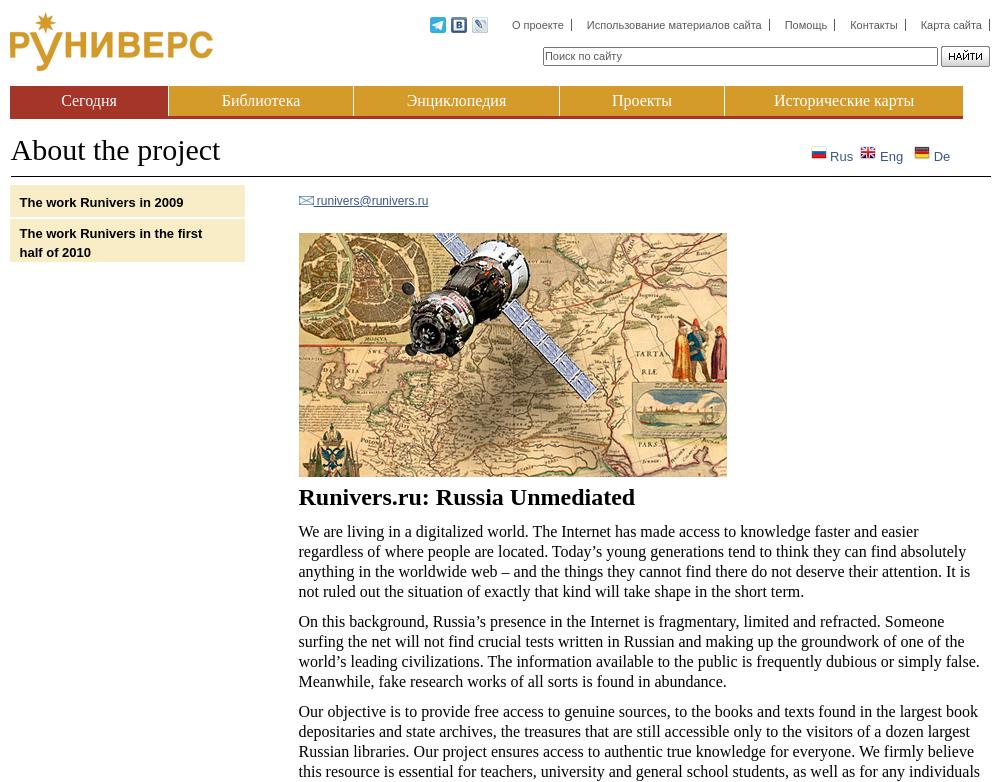 Image resolution: width=1000 pixels, height=782 pixels. I want to click on 'The work Runivers in the first half of 2010', so click(109, 241).